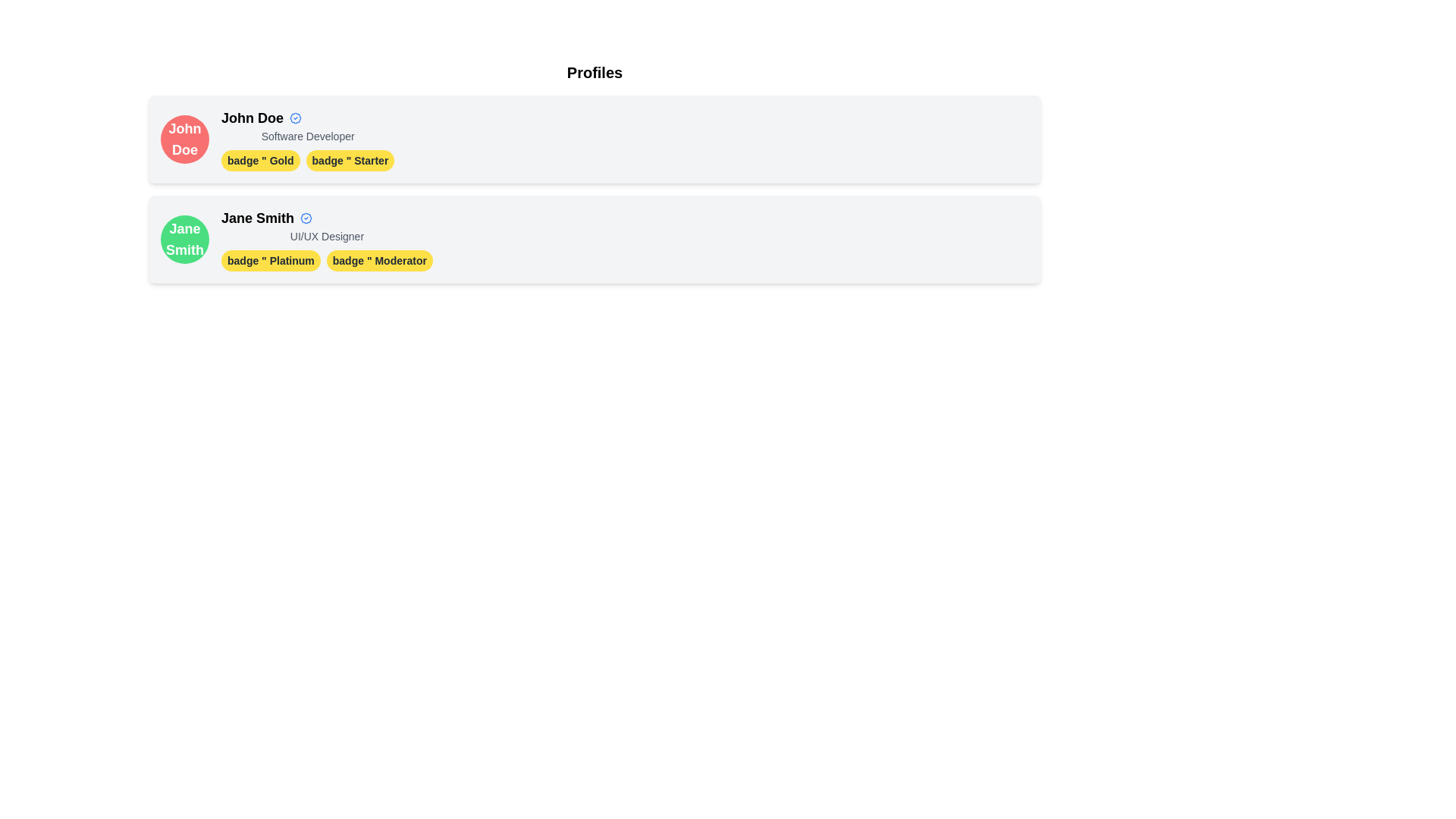  I want to click on the second badge located below the name 'John Doe' in the first profile card, so click(349, 161).